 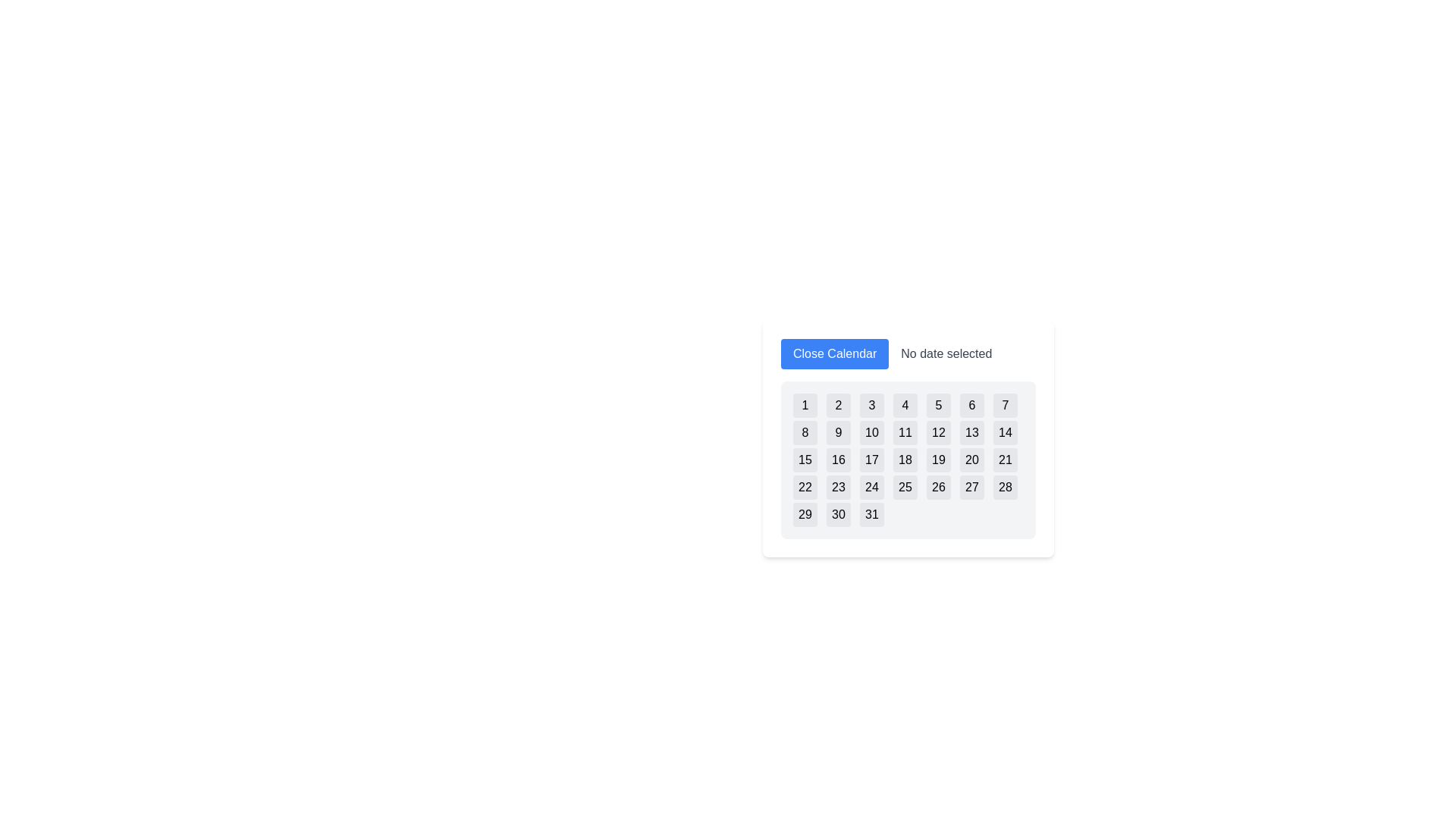 What do you see at coordinates (872, 513) in the screenshot?
I see `the gray square button with rounded corners displaying the number '31'` at bounding box center [872, 513].